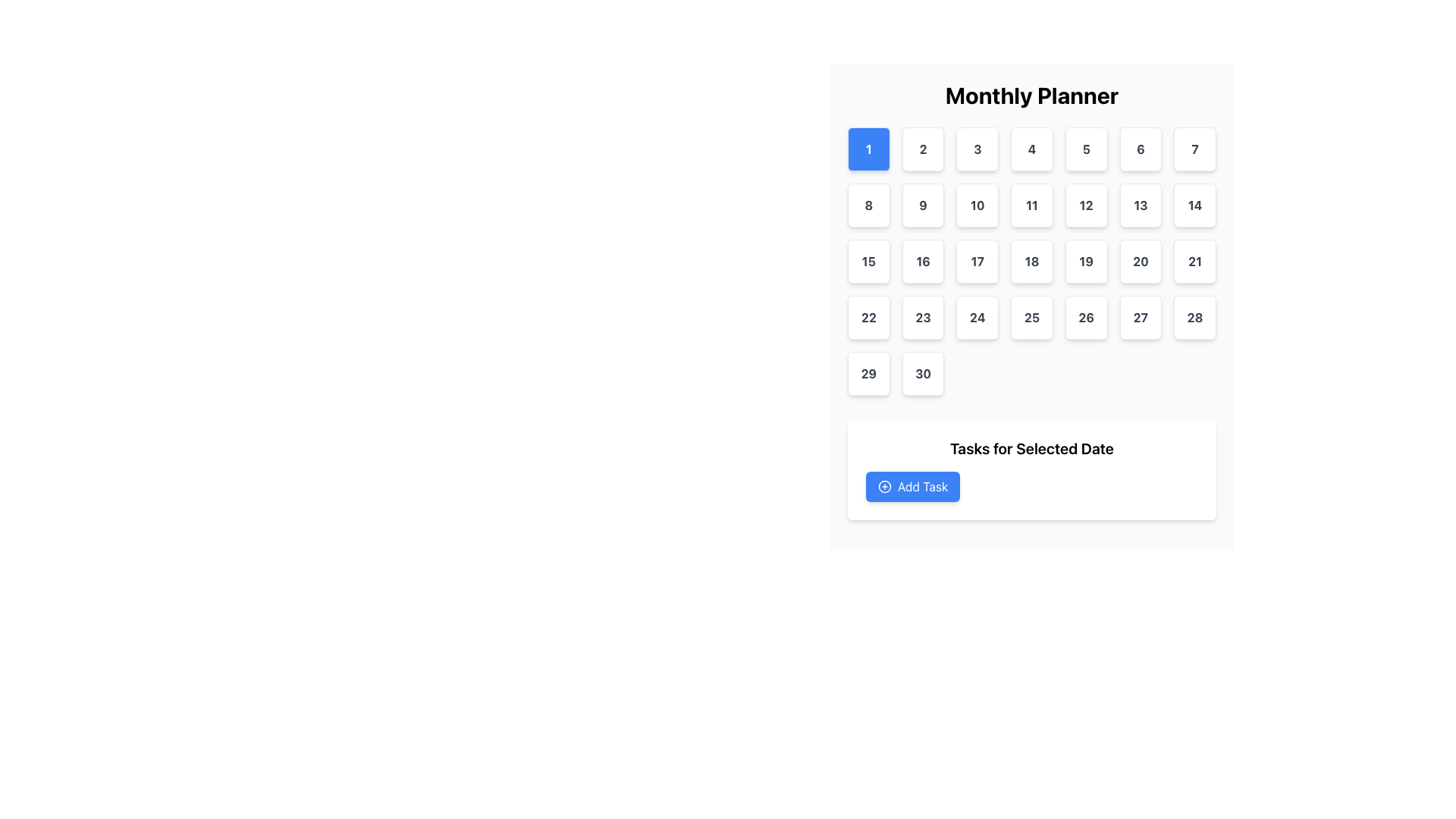 This screenshot has width=1456, height=819. I want to click on the 'Add Task' button, which features white text on a blue background, located below the 'Tasks for Selected Date' section, so click(922, 486).